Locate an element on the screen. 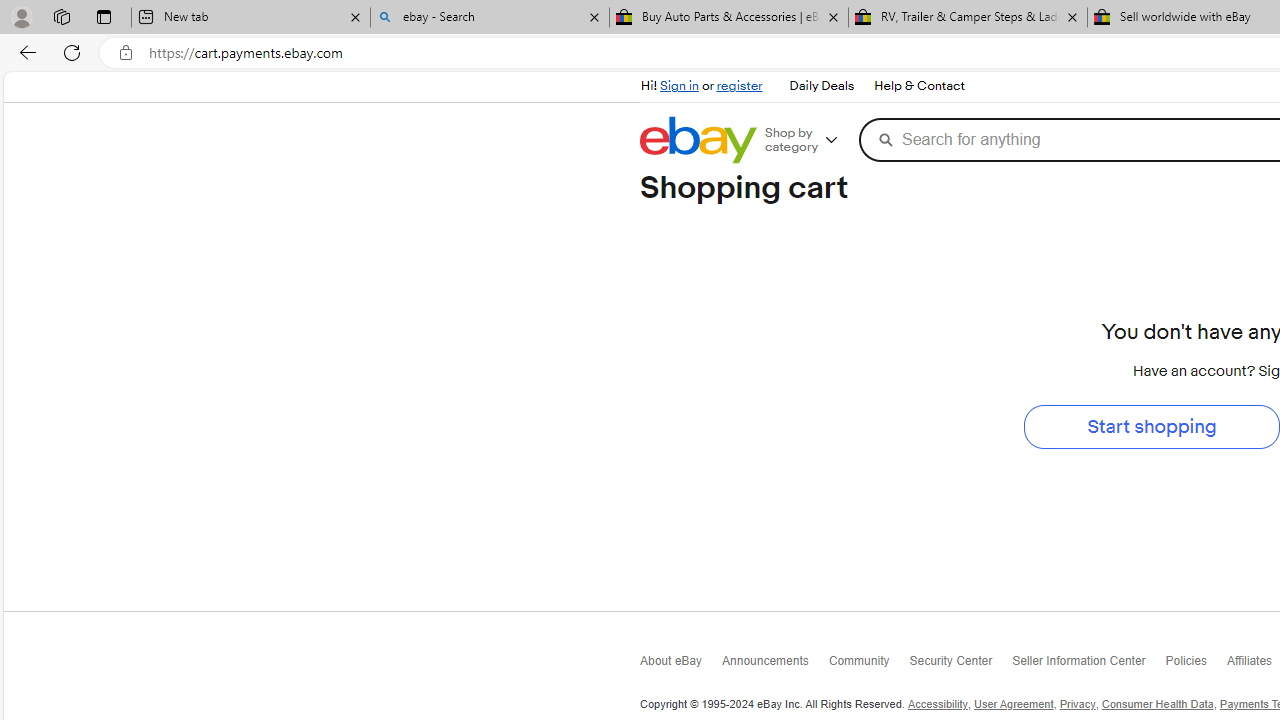  'Buy Auto Parts & Accessories | eBay' is located at coordinates (728, 17).